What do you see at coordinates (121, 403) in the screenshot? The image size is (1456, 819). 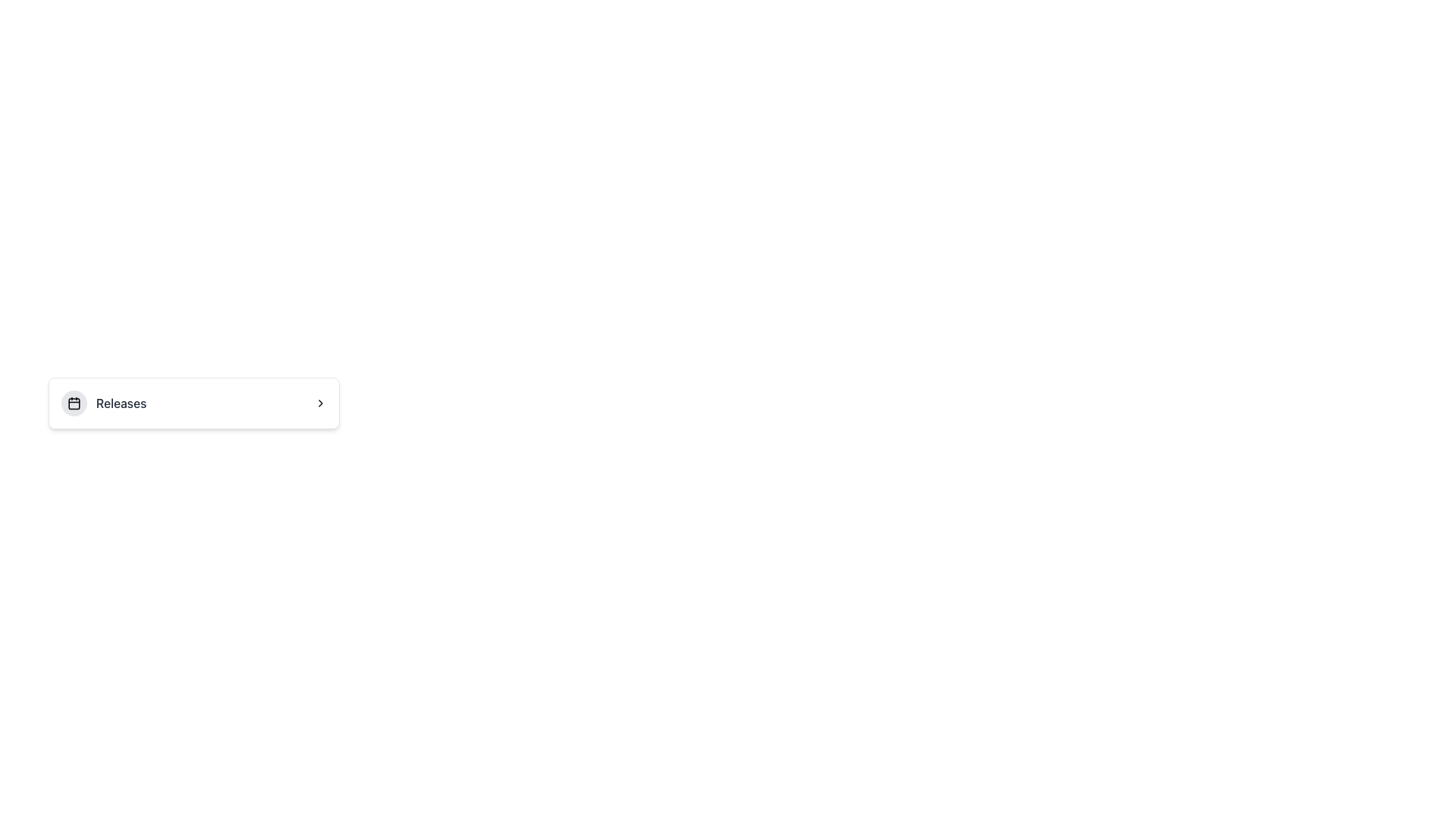 I see `textual label 'Releases' which is a gray-colored label with medium font weight, positioned to the right of a calendar icon in a horizontal list layout` at bounding box center [121, 403].